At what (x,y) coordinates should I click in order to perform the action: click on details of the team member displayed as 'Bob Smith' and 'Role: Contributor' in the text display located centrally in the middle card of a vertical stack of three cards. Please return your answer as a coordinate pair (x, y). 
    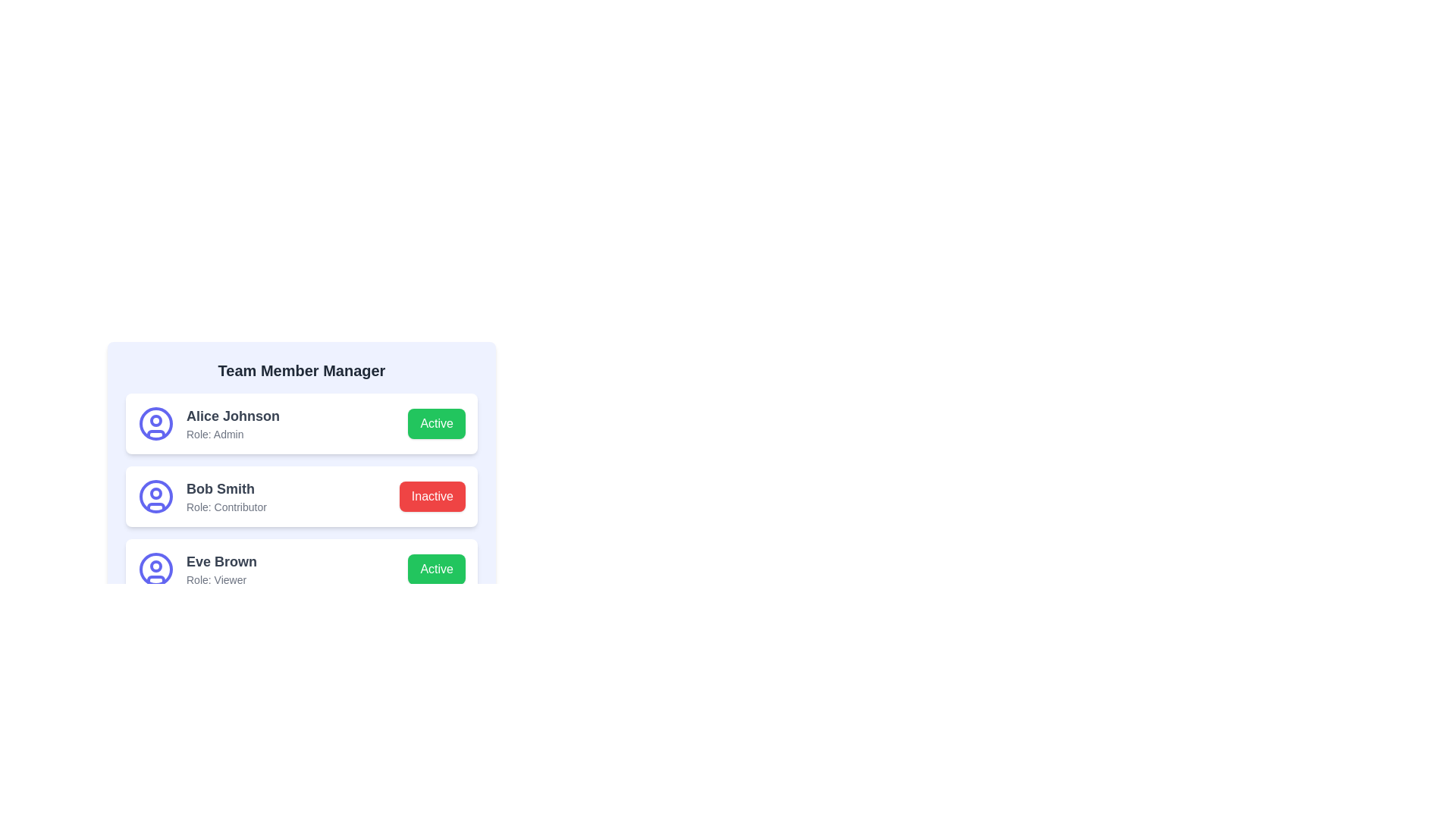
    Looking at the image, I should click on (225, 497).